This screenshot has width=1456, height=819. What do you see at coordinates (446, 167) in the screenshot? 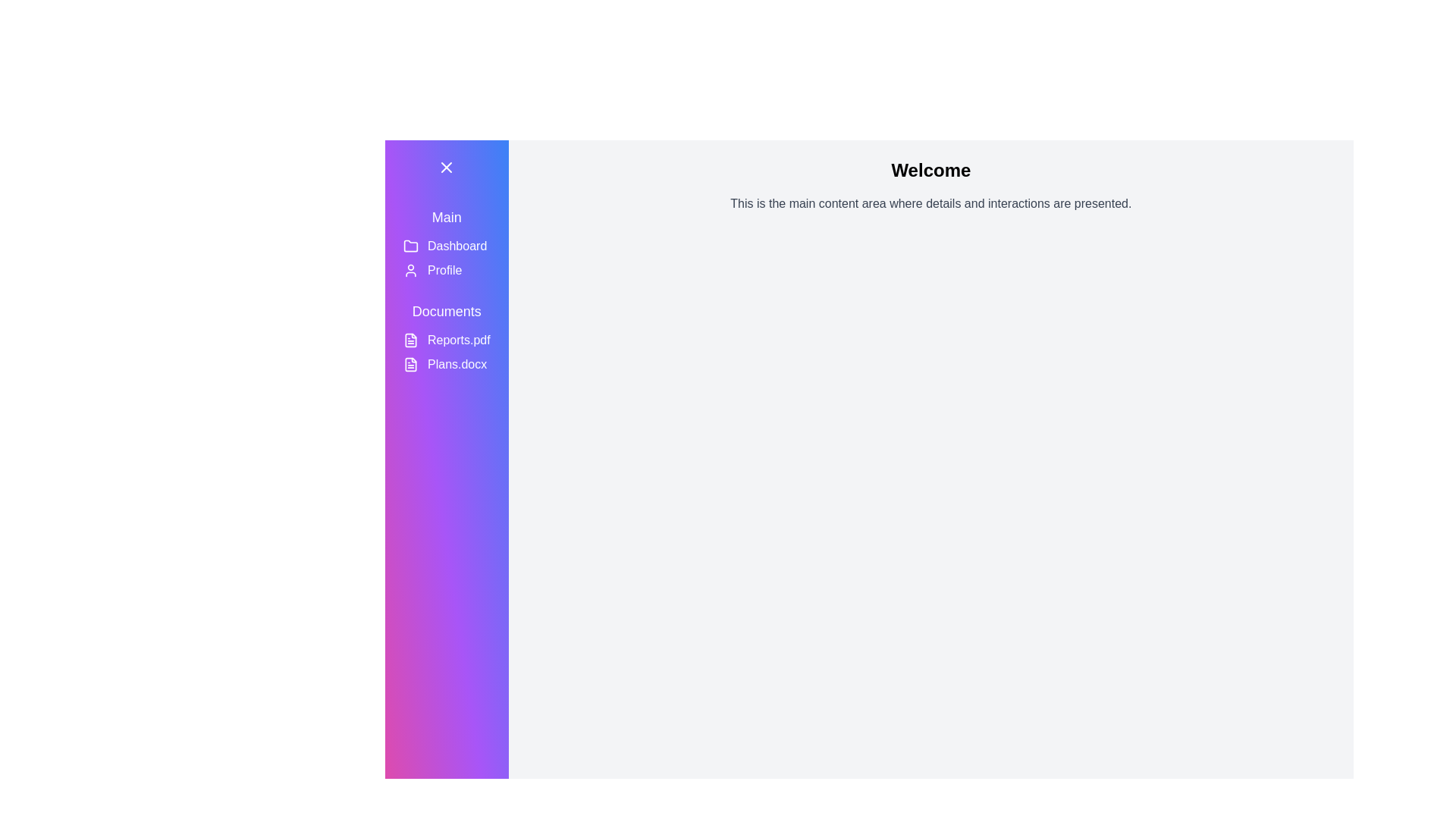
I see `the icon button located at the uppermost section of the vertical sidebar` at bounding box center [446, 167].